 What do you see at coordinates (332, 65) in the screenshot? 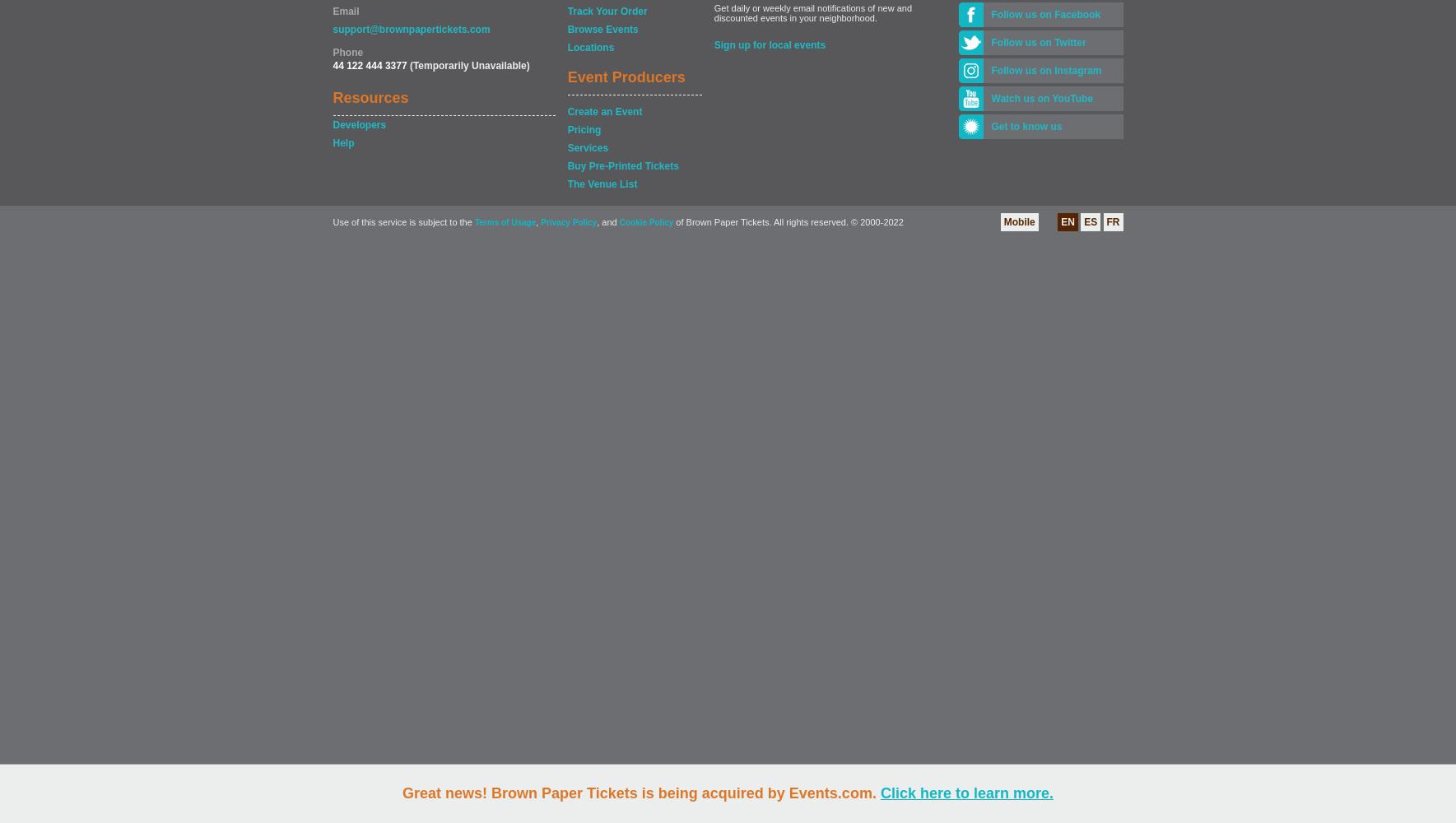
I see `'44 122 444 3377'` at bounding box center [332, 65].